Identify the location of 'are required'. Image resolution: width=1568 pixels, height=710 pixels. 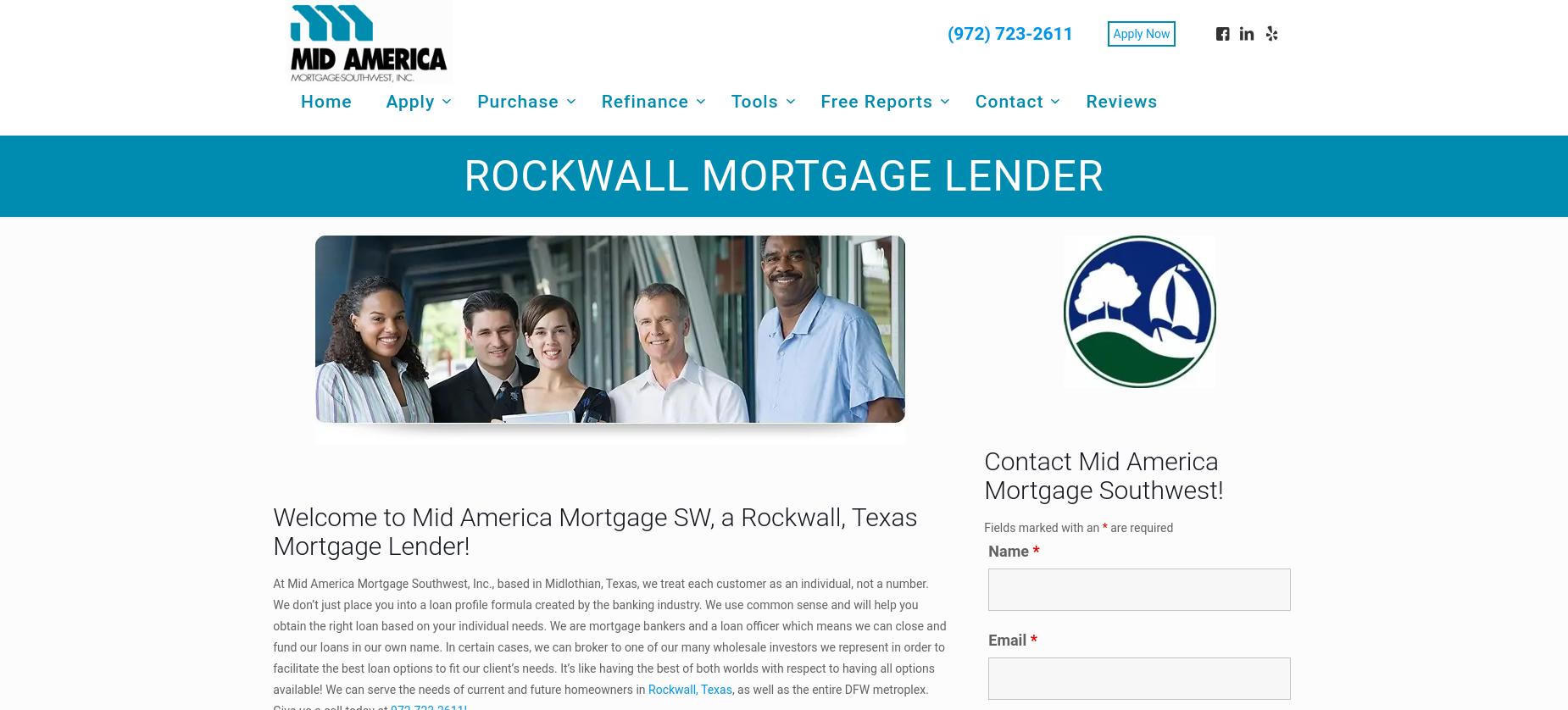
(1138, 526).